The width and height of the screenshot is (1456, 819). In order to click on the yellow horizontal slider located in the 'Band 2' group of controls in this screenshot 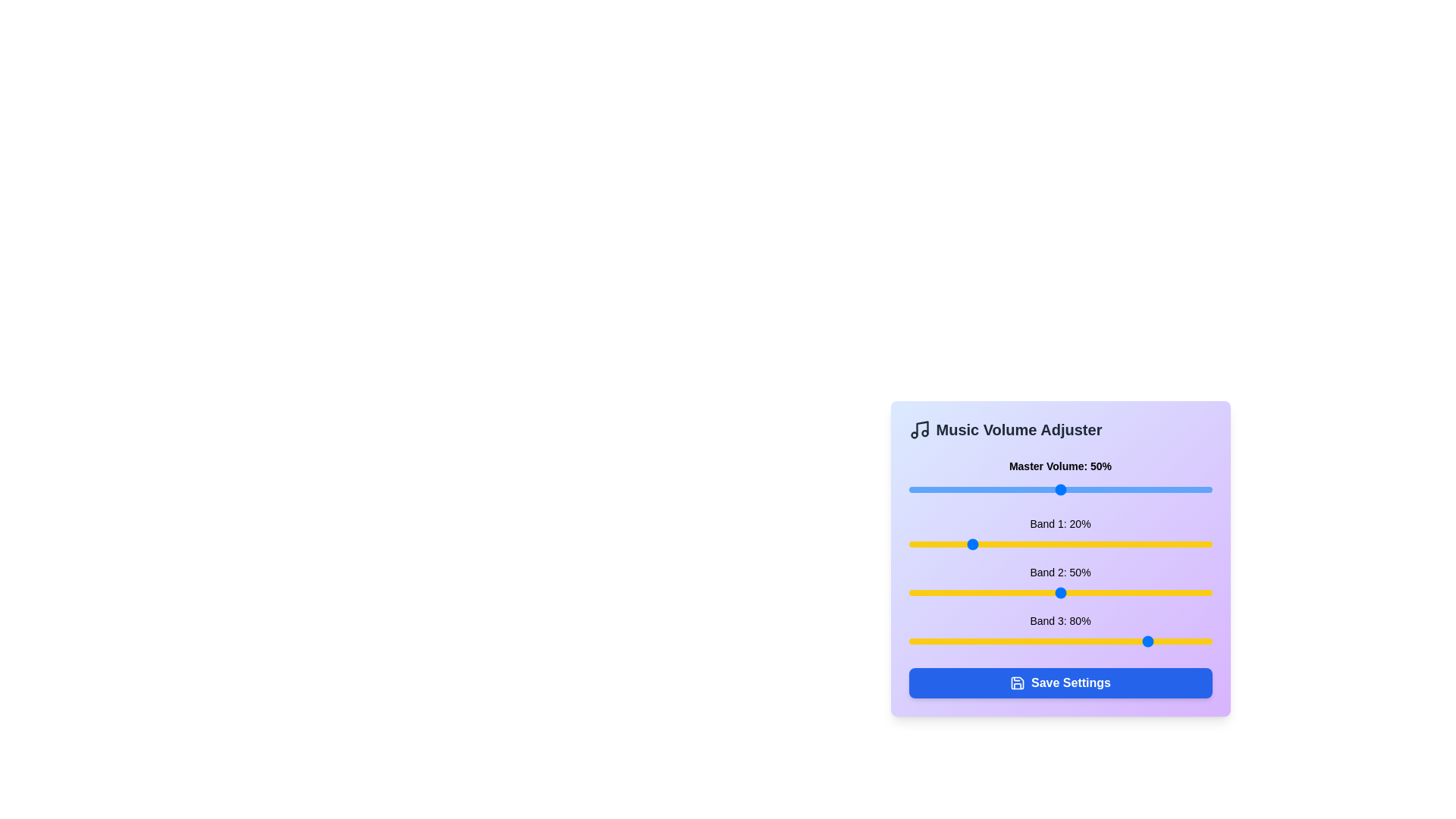, I will do `click(1059, 592)`.